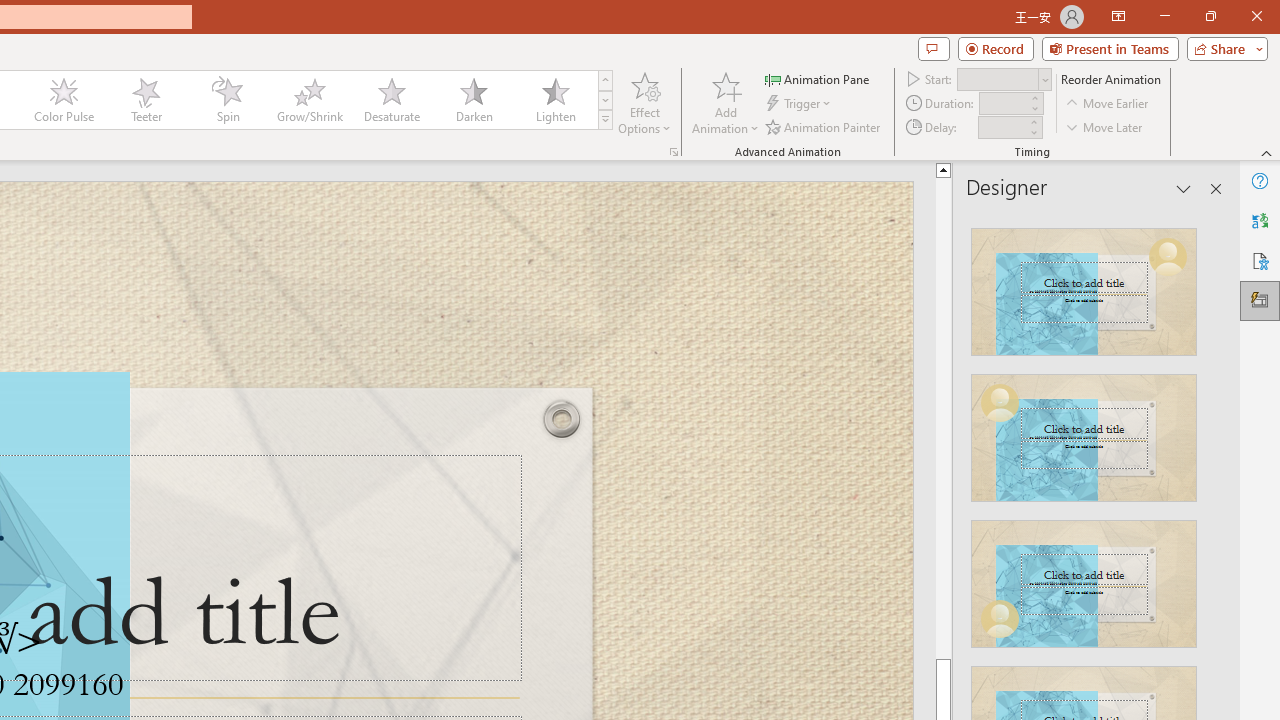 The width and height of the screenshot is (1280, 720). I want to click on 'Animation Delay', so click(1002, 127).